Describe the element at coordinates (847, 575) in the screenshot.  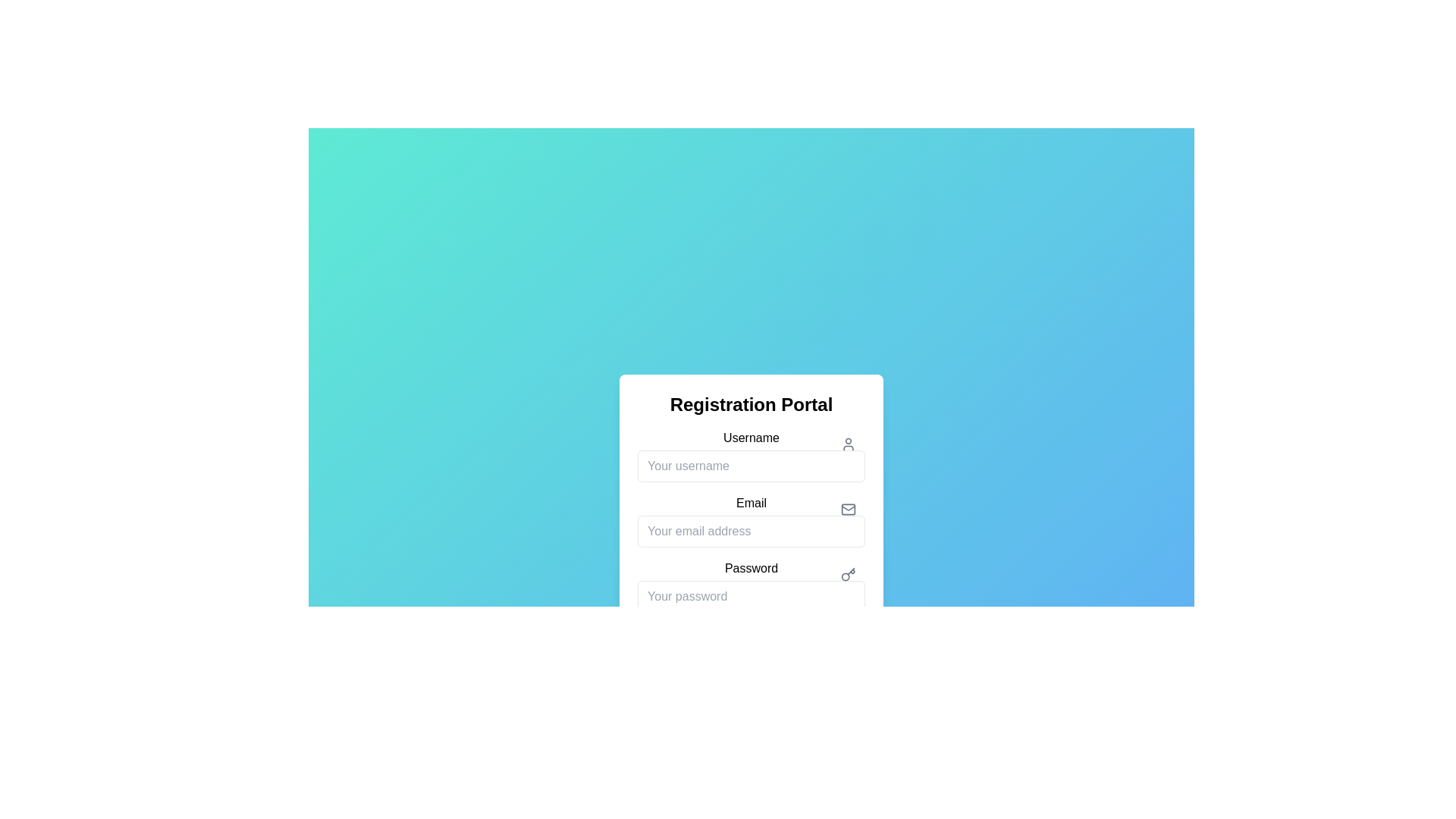
I see `the key icon located immediately to the right of the 'Your password' input field` at that location.